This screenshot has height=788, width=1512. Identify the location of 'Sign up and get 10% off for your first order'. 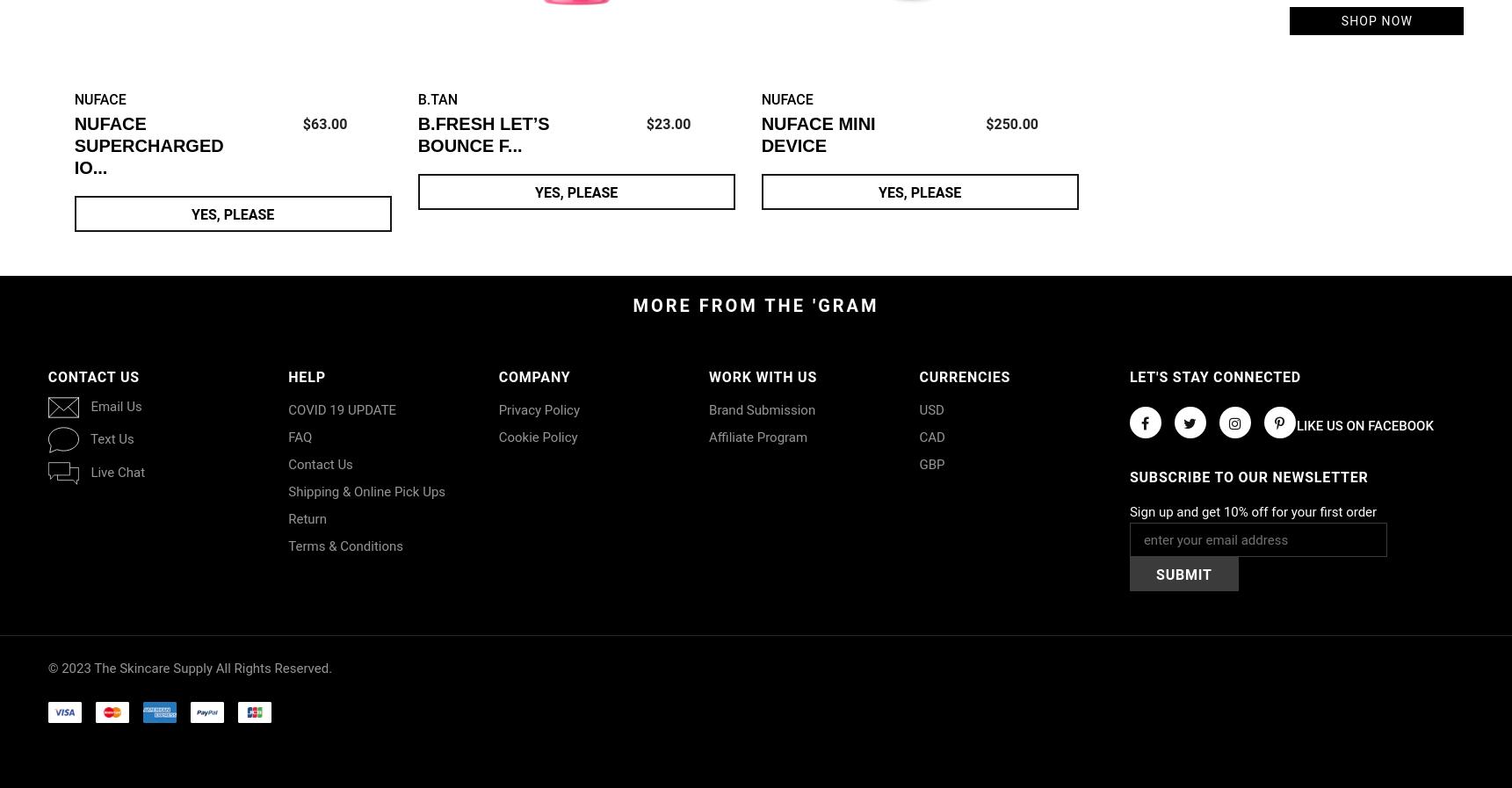
(1253, 511).